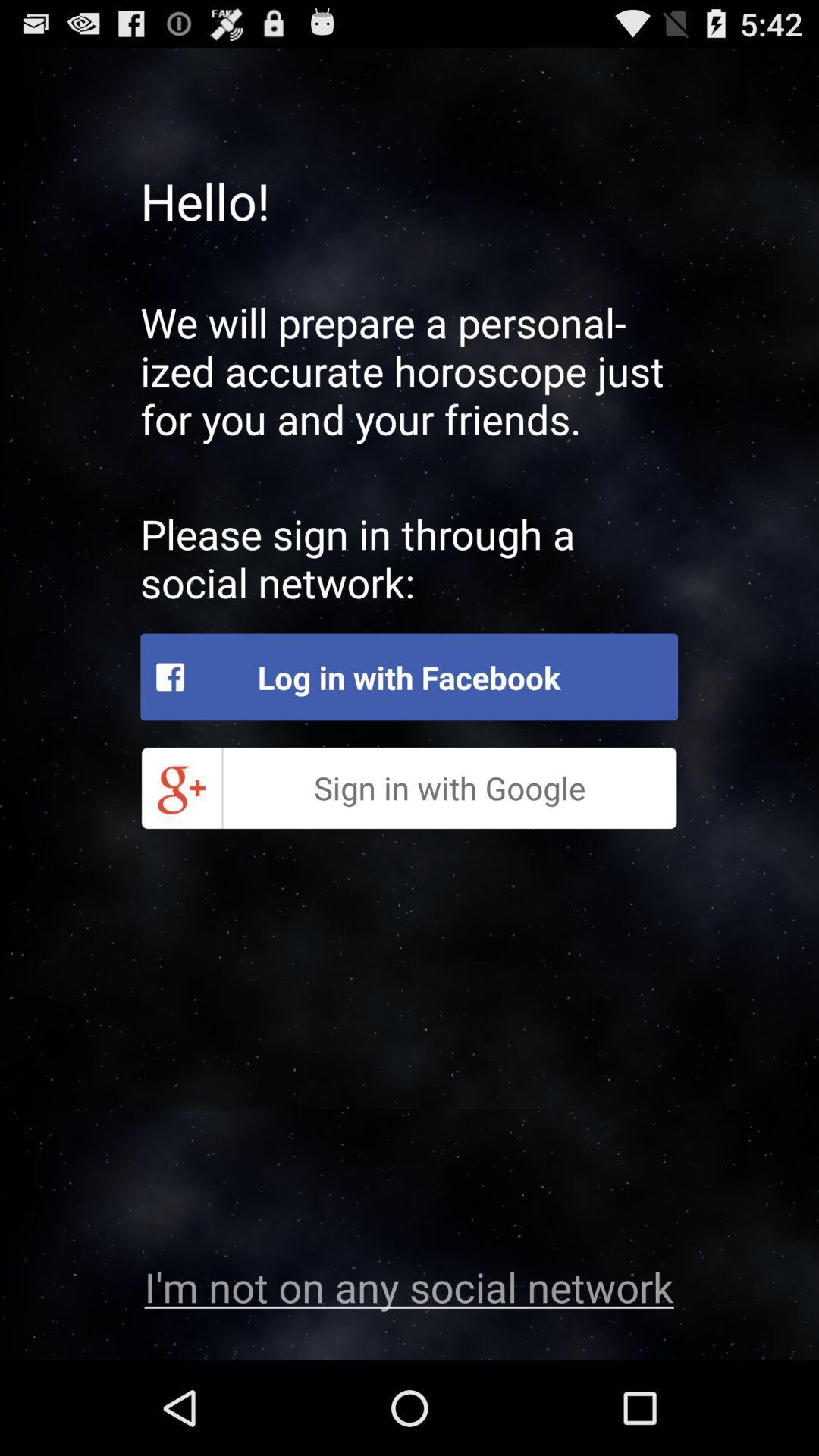 The width and height of the screenshot is (819, 1456). What do you see at coordinates (408, 1285) in the screenshot?
I see `the i m not` at bounding box center [408, 1285].